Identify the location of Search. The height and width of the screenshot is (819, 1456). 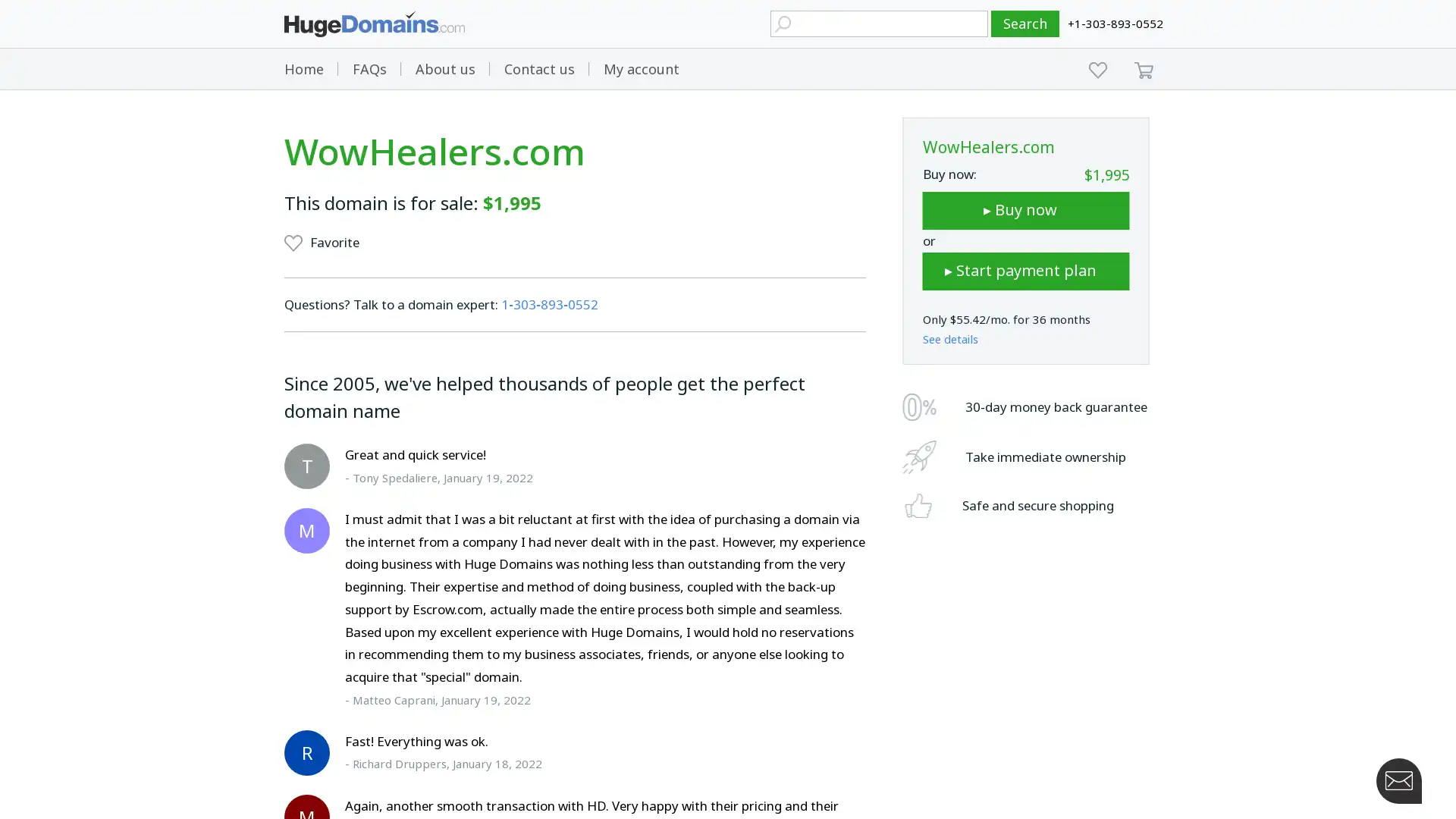
(1025, 24).